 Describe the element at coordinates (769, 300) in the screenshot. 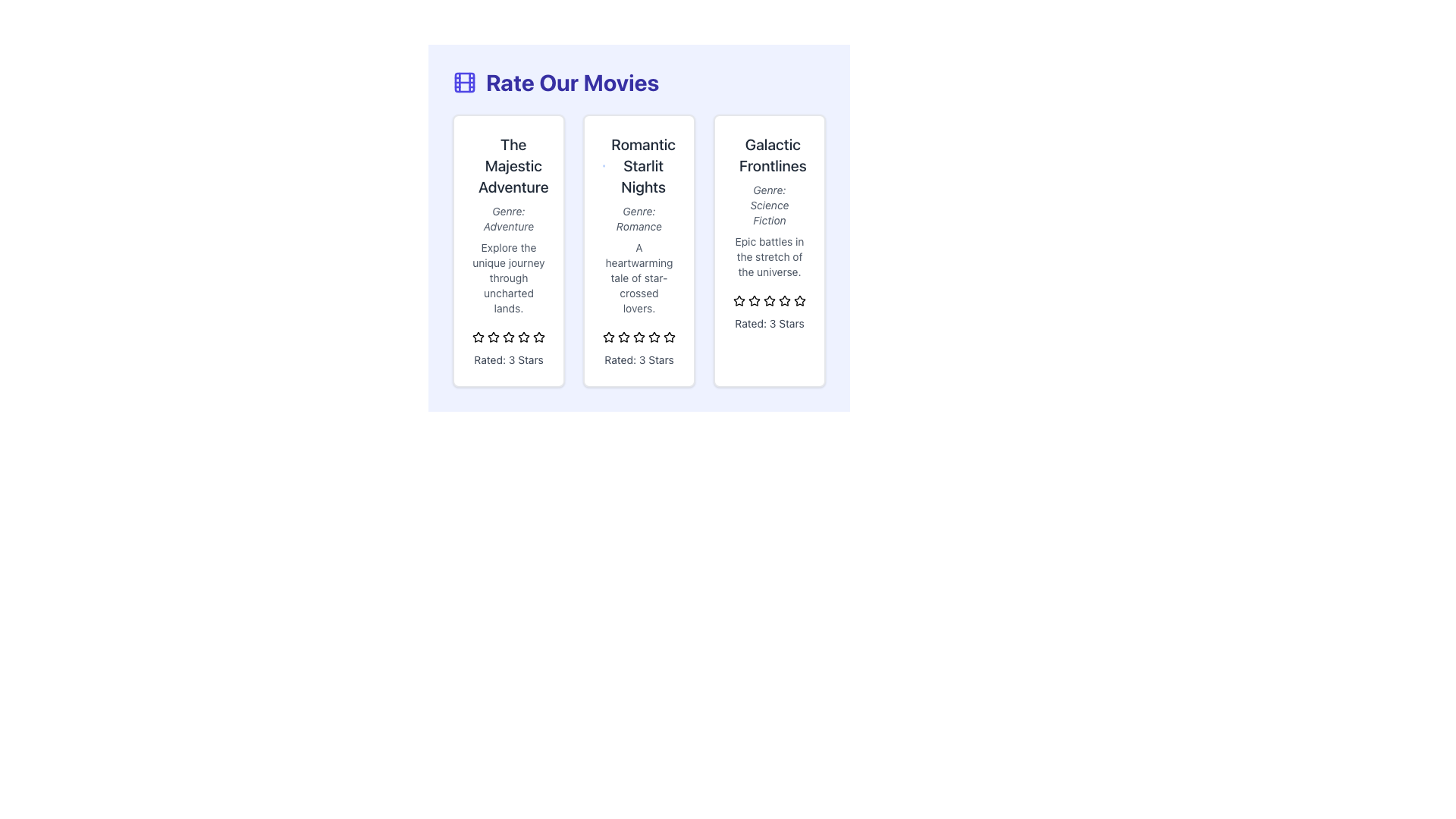

I see `the third interactive star icon in the rating system for the card titled 'Galactic Frontlines'` at that location.